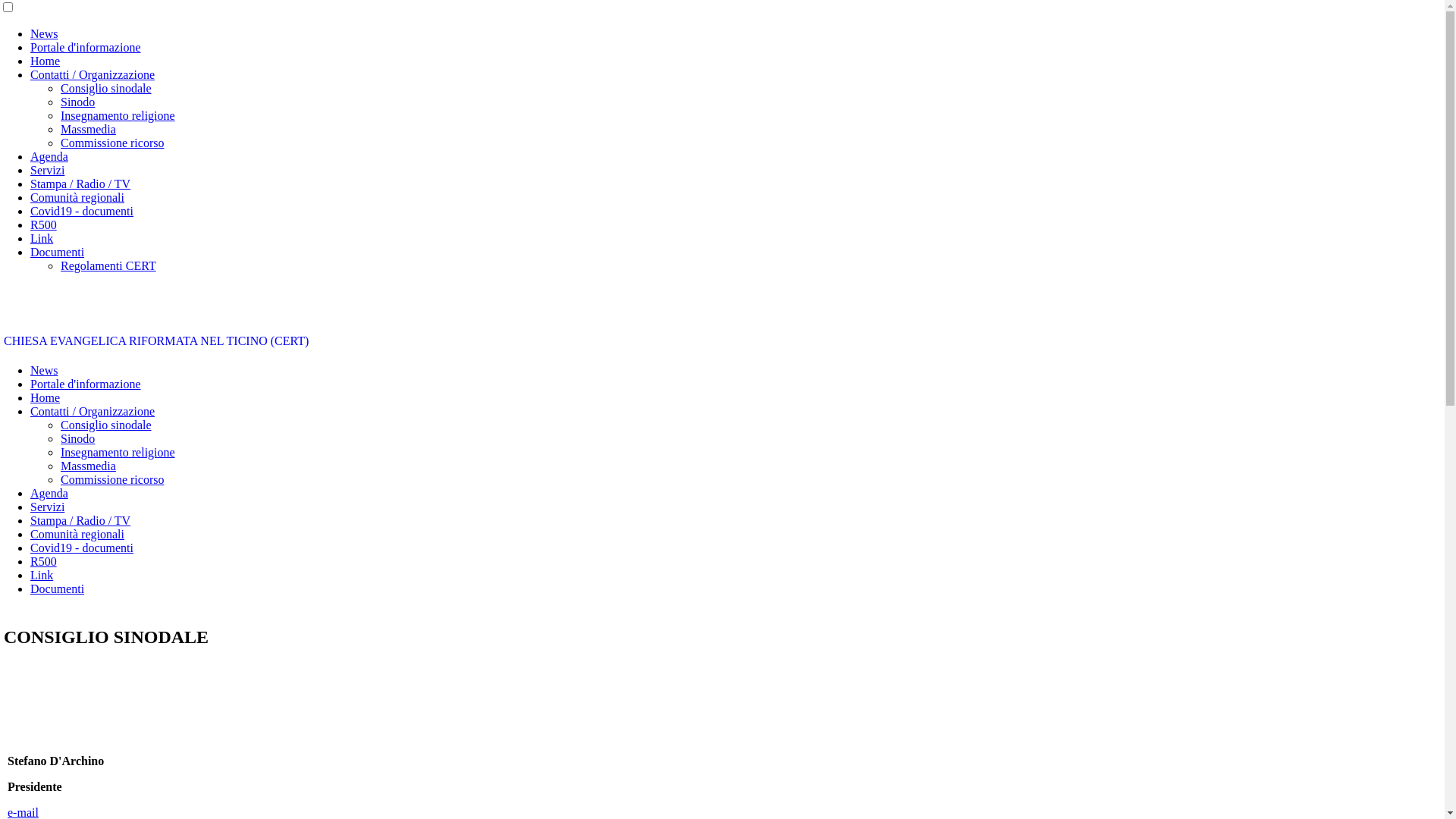 This screenshot has height=819, width=1456. What do you see at coordinates (41, 575) in the screenshot?
I see `'Link'` at bounding box center [41, 575].